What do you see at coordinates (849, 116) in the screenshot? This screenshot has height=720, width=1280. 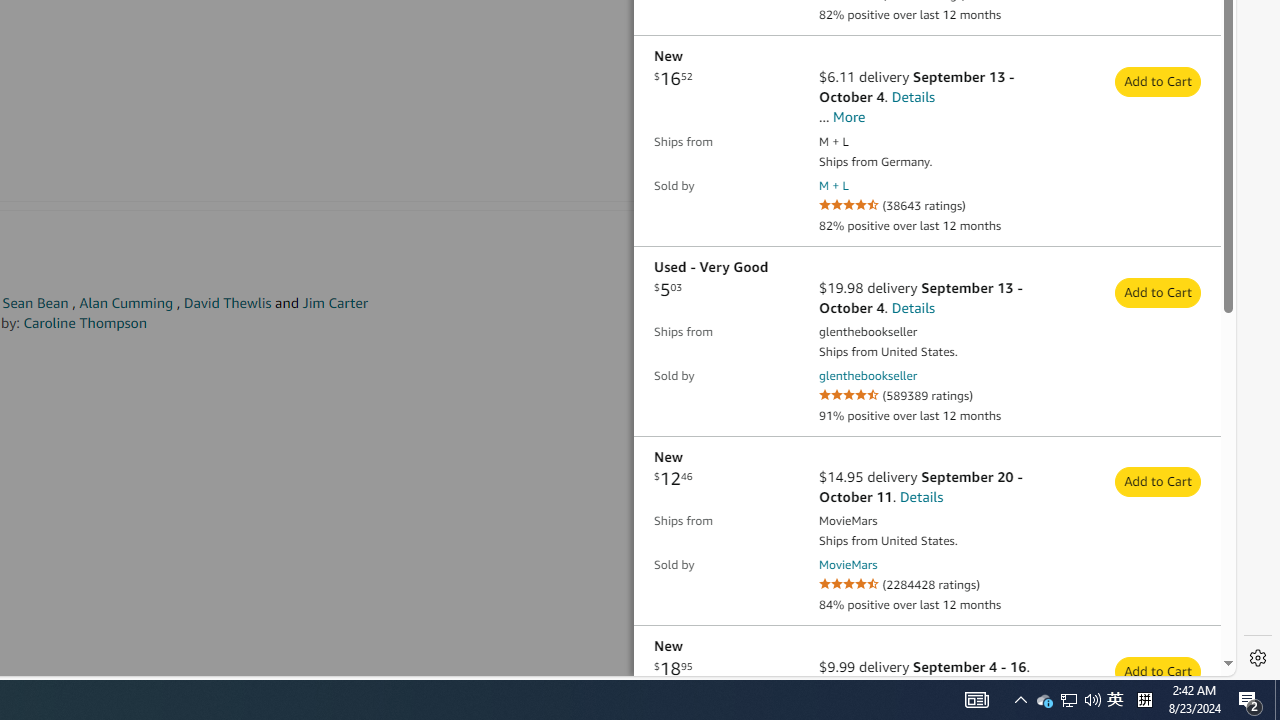 I see `'More. about shipping'` at bounding box center [849, 116].